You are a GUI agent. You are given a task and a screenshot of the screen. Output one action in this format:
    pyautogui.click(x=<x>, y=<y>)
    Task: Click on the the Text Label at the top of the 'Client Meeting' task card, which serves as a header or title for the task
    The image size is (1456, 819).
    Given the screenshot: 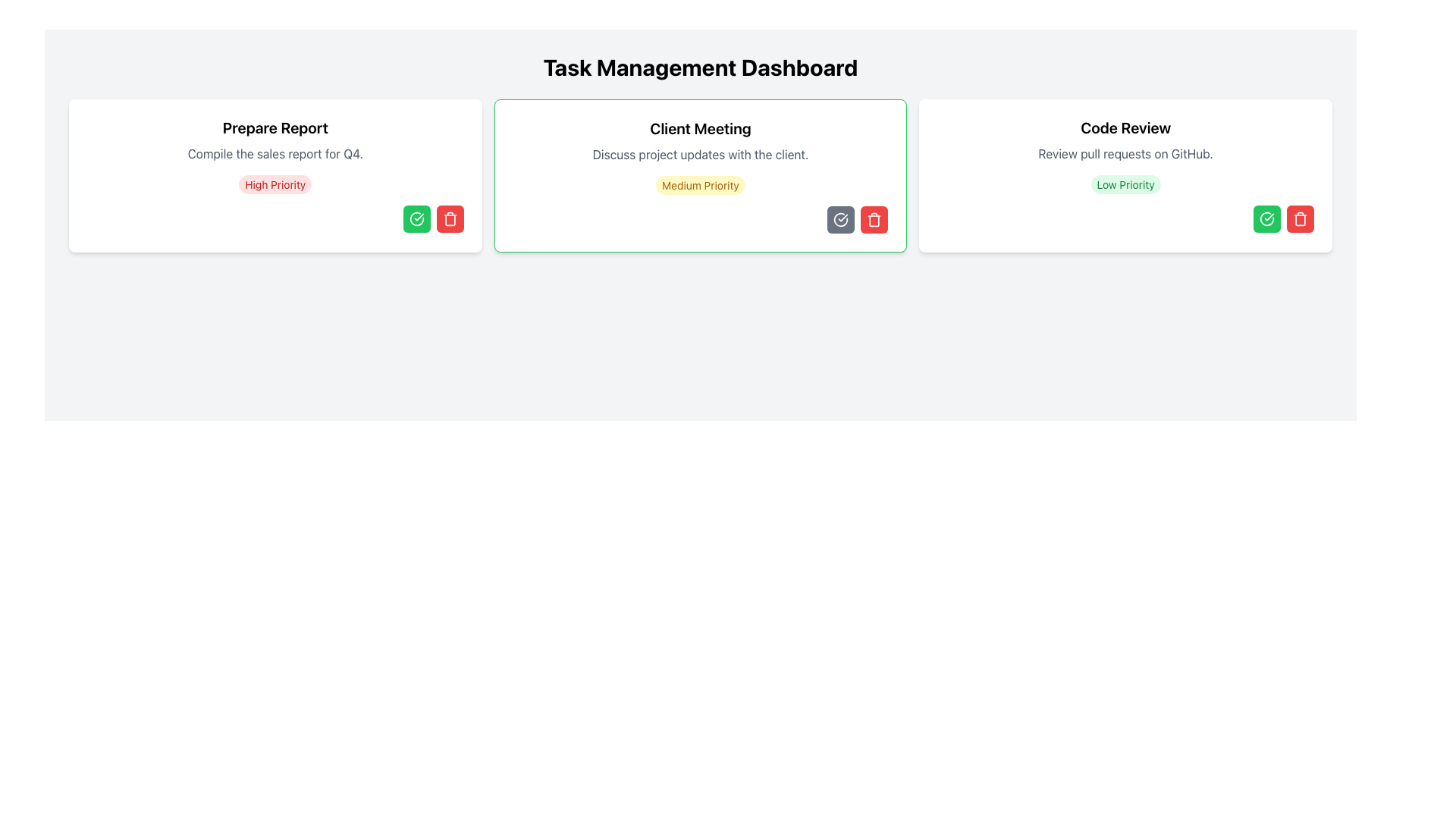 What is the action you would take?
    pyautogui.click(x=699, y=127)
    